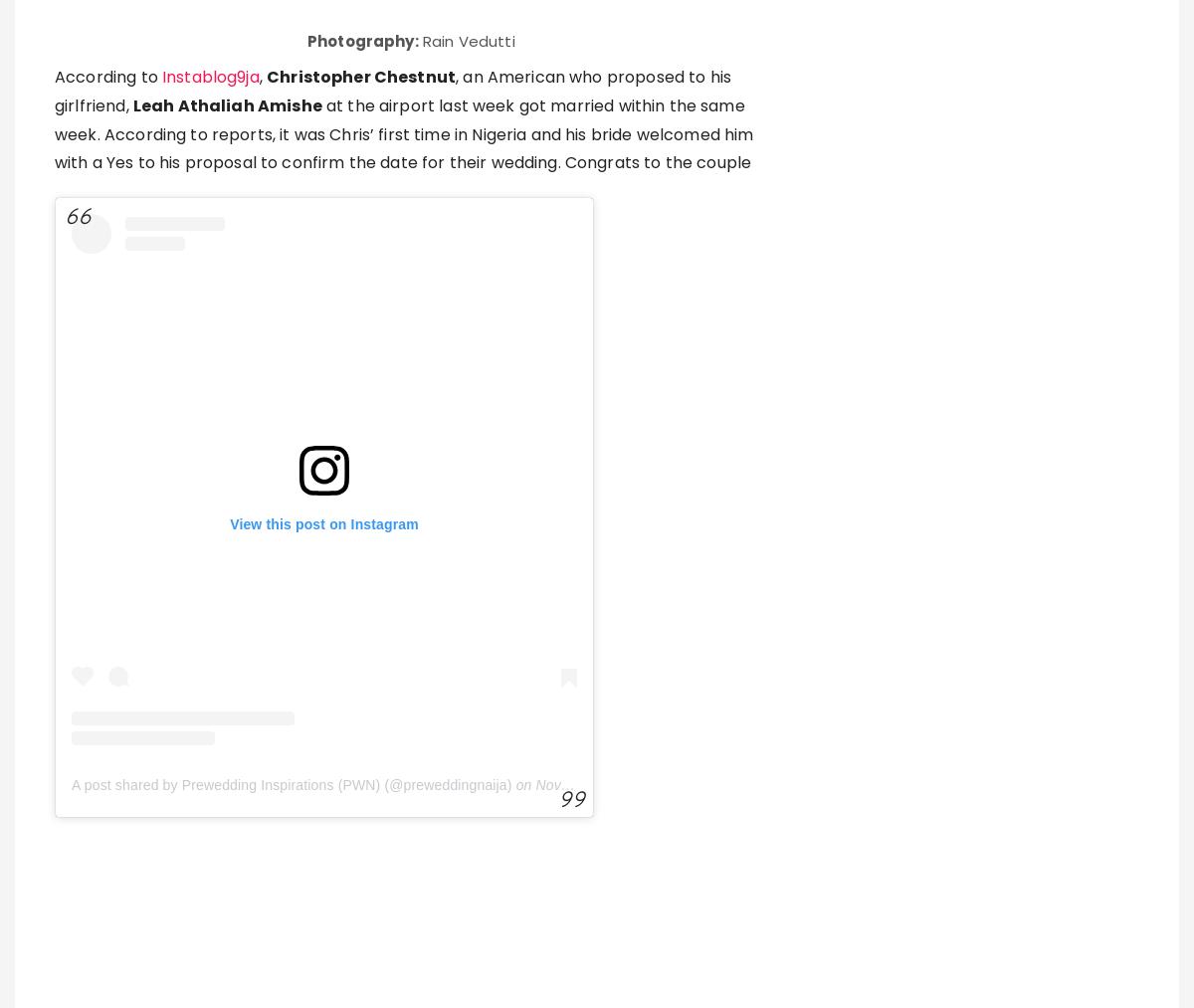 The image size is (1194, 1008). I want to click on 'The Shade Room', so click(121, 551).